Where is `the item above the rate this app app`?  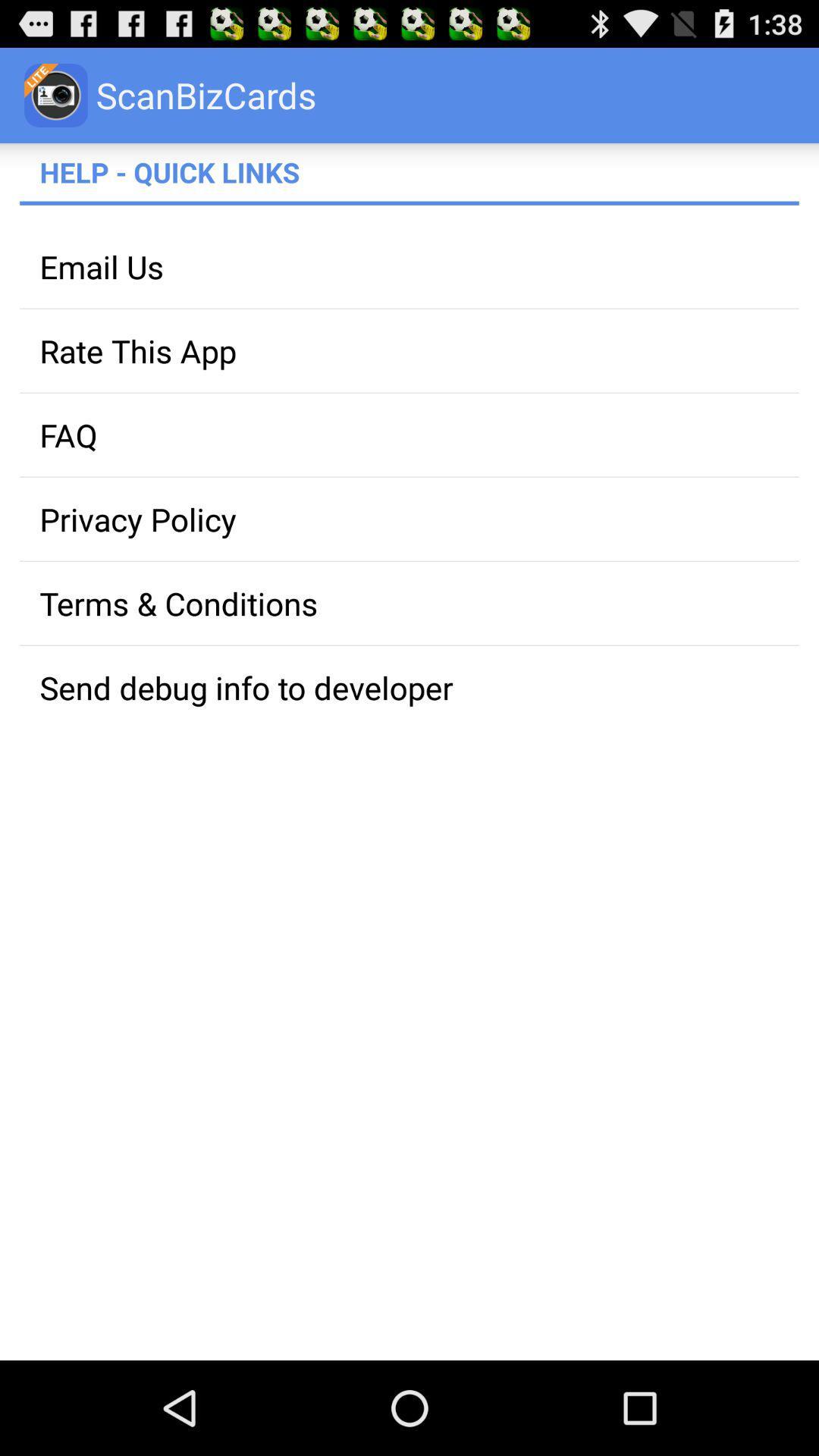
the item above the rate this app app is located at coordinates (409, 266).